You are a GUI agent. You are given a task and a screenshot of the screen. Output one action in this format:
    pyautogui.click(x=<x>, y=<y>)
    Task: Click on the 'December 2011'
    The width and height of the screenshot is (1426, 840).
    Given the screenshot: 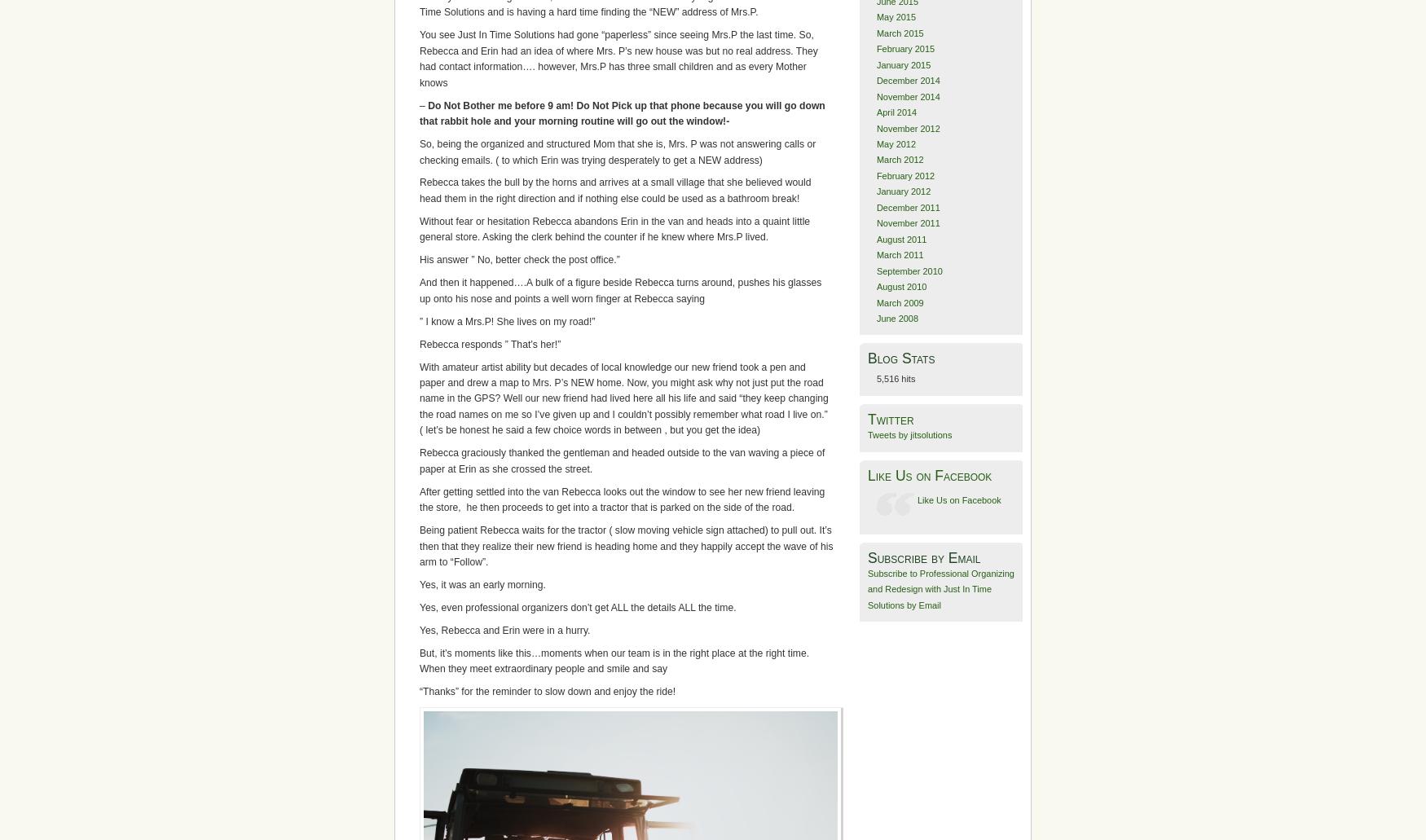 What is the action you would take?
    pyautogui.click(x=908, y=207)
    